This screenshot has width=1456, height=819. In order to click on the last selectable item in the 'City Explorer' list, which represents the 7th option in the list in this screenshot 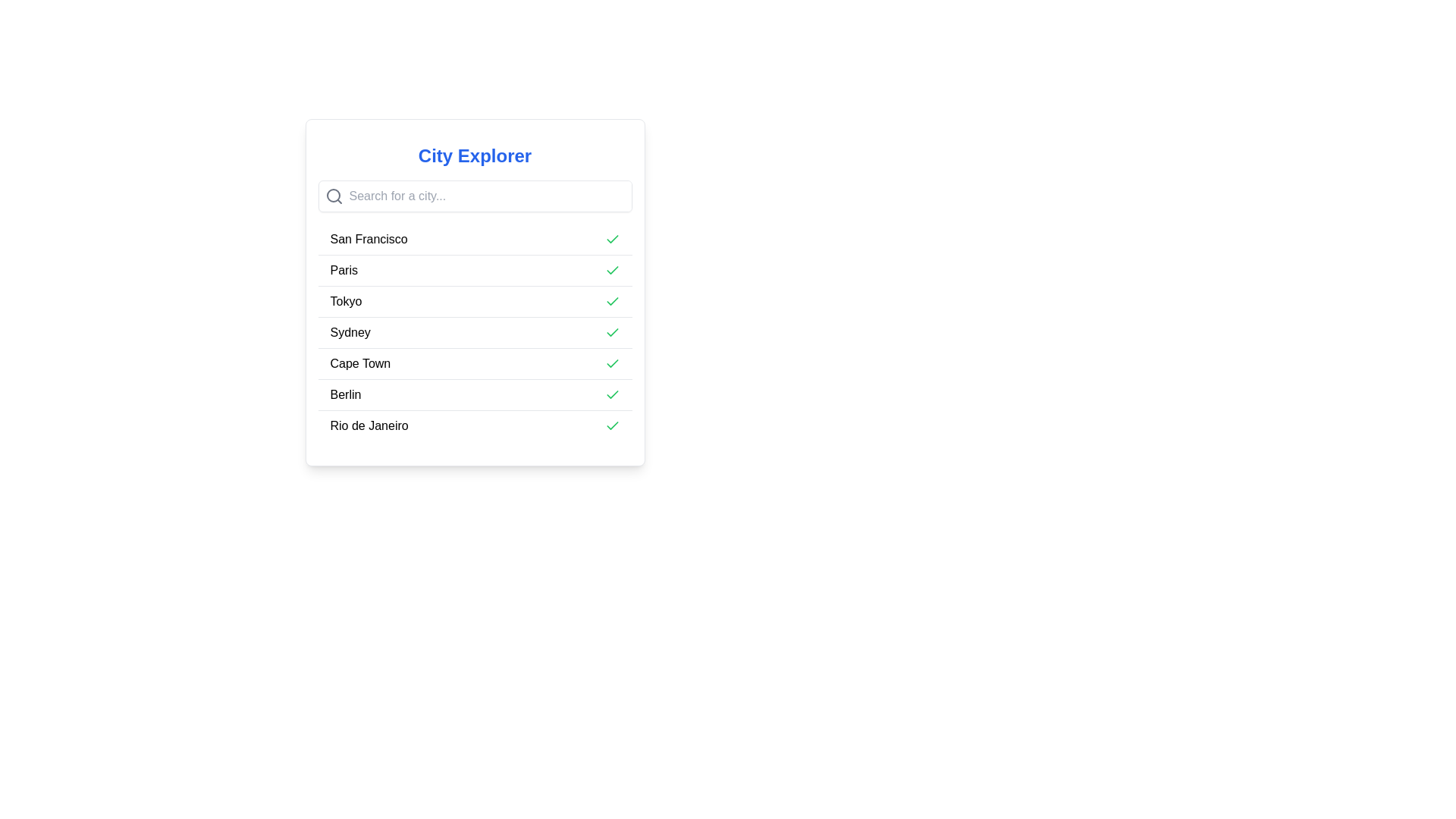, I will do `click(474, 425)`.